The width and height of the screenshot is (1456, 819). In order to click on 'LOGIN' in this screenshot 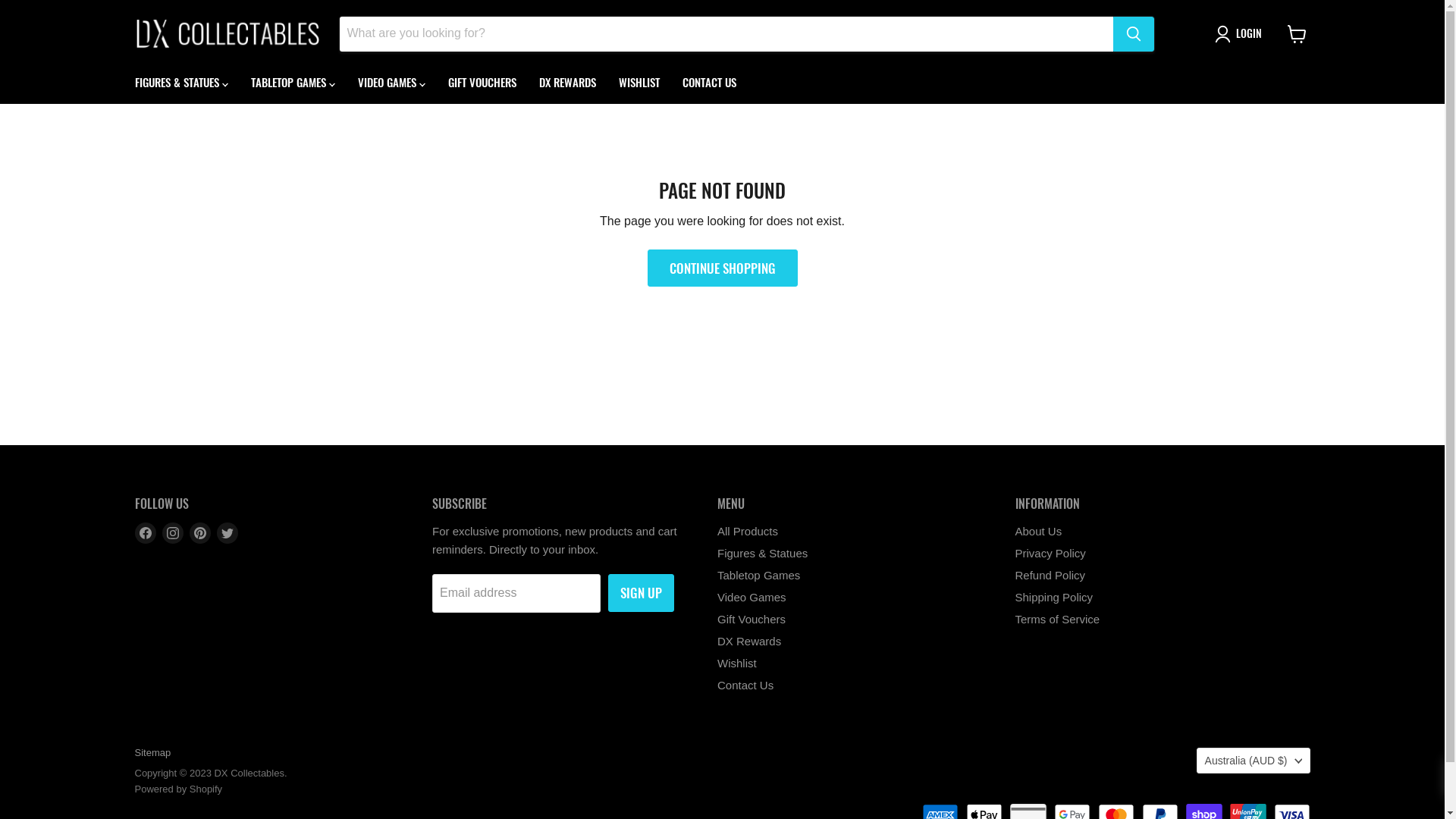, I will do `click(1241, 34)`.